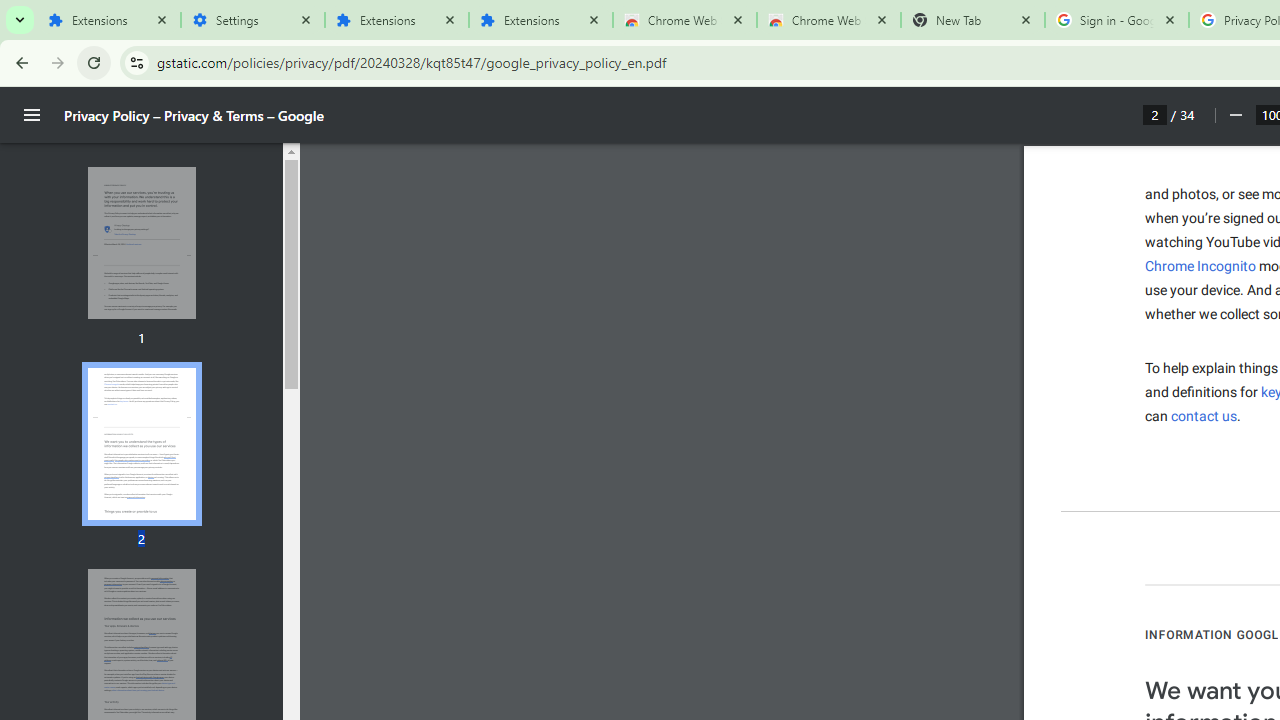 The image size is (1280, 720). I want to click on 'Page number', so click(1155, 114).